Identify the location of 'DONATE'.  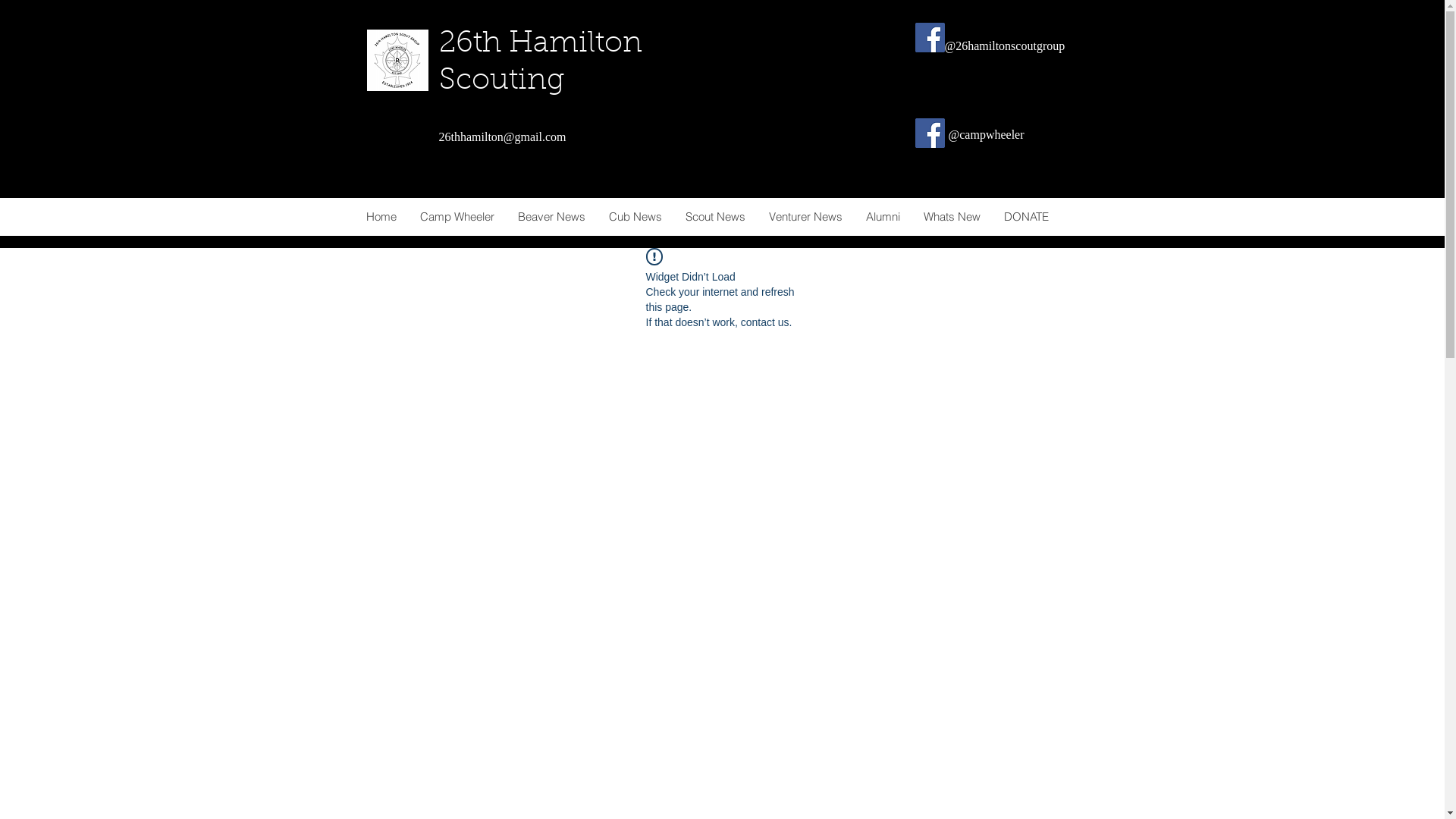
(1026, 216).